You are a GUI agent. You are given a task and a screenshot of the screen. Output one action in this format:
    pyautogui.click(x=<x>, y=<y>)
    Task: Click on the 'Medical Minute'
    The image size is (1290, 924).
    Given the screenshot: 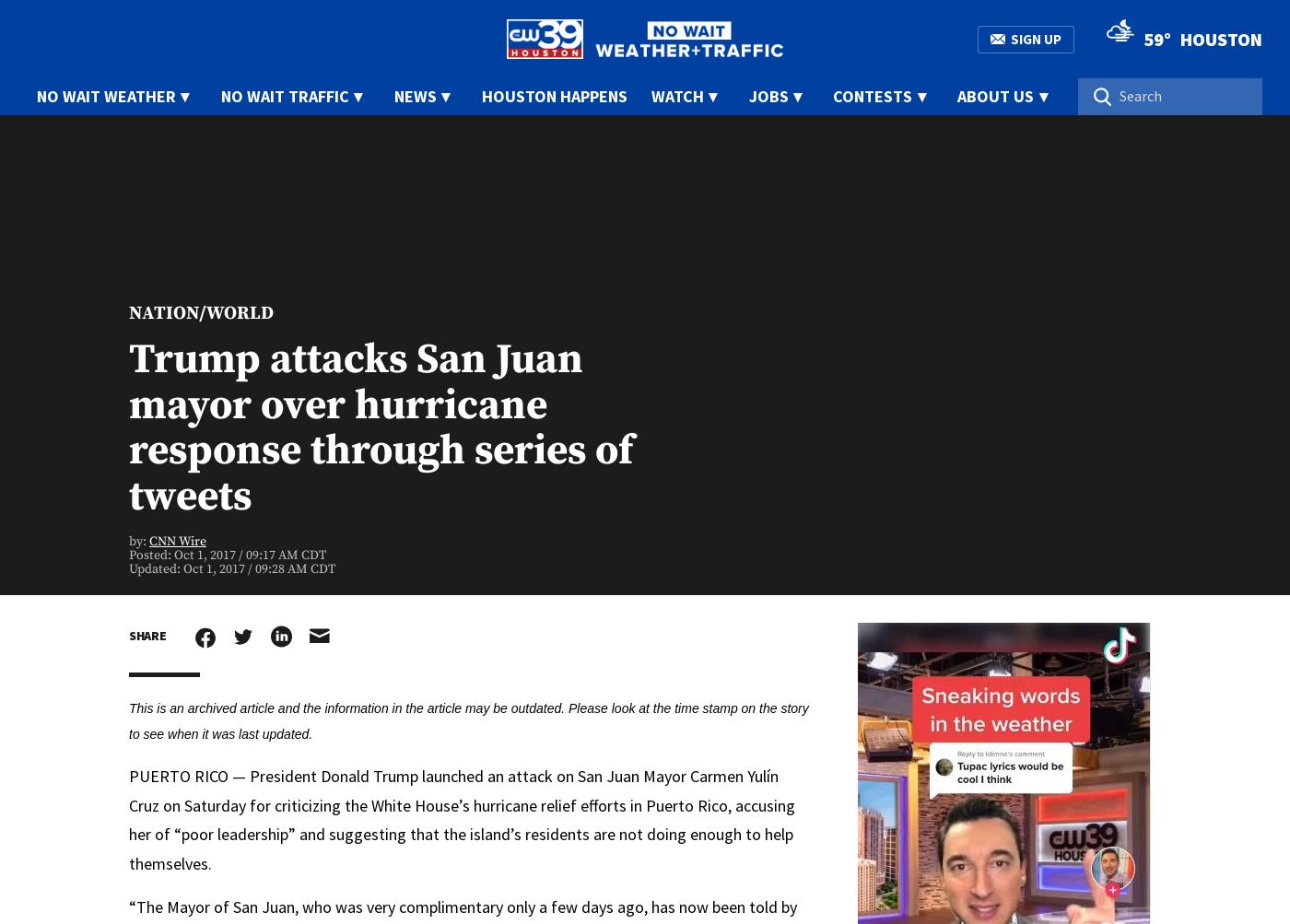 What is the action you would take?
    pyautogui.click(x=119, y=423)
    